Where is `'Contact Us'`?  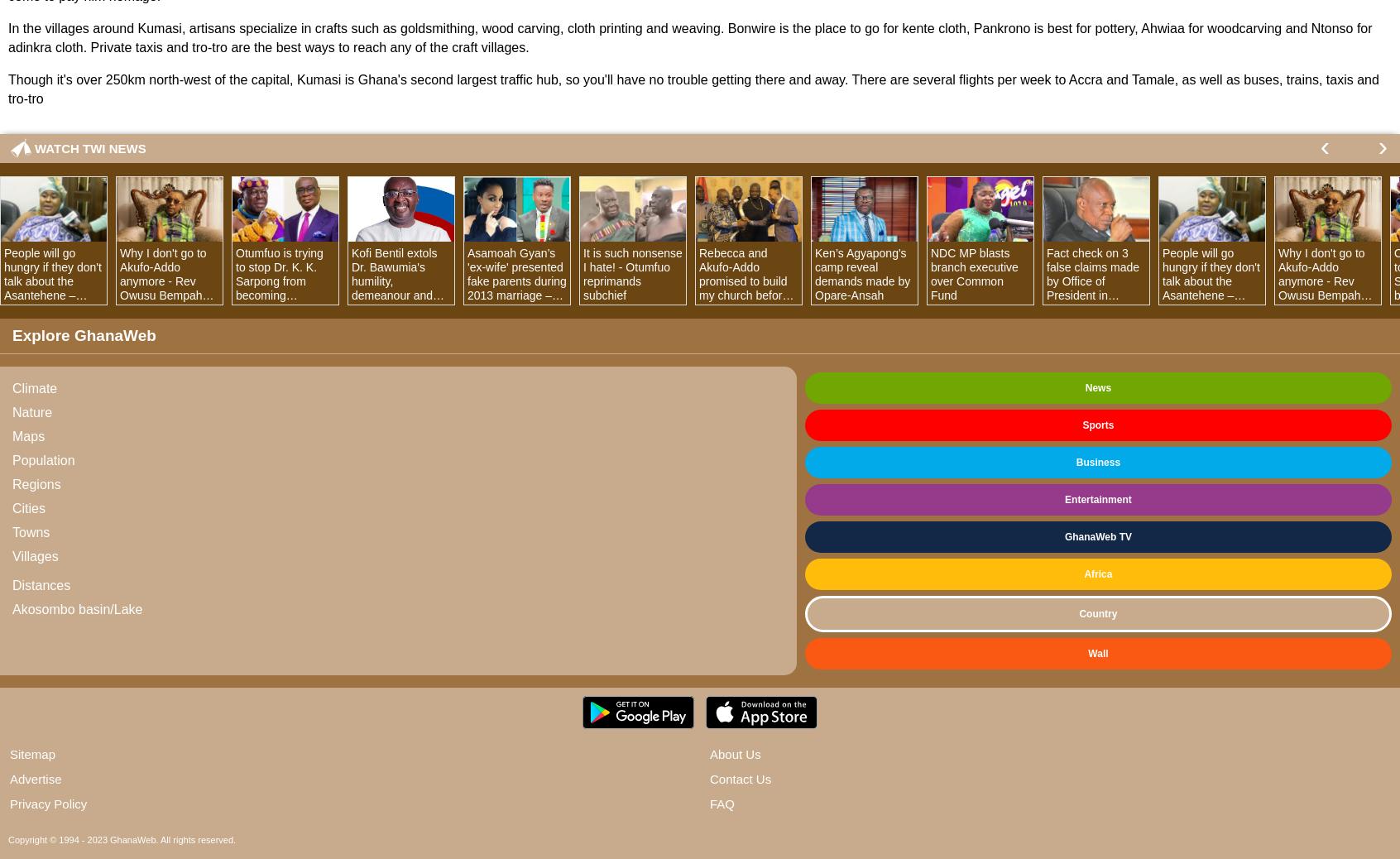
'Contact Us' is located at coordinates (740, 779).